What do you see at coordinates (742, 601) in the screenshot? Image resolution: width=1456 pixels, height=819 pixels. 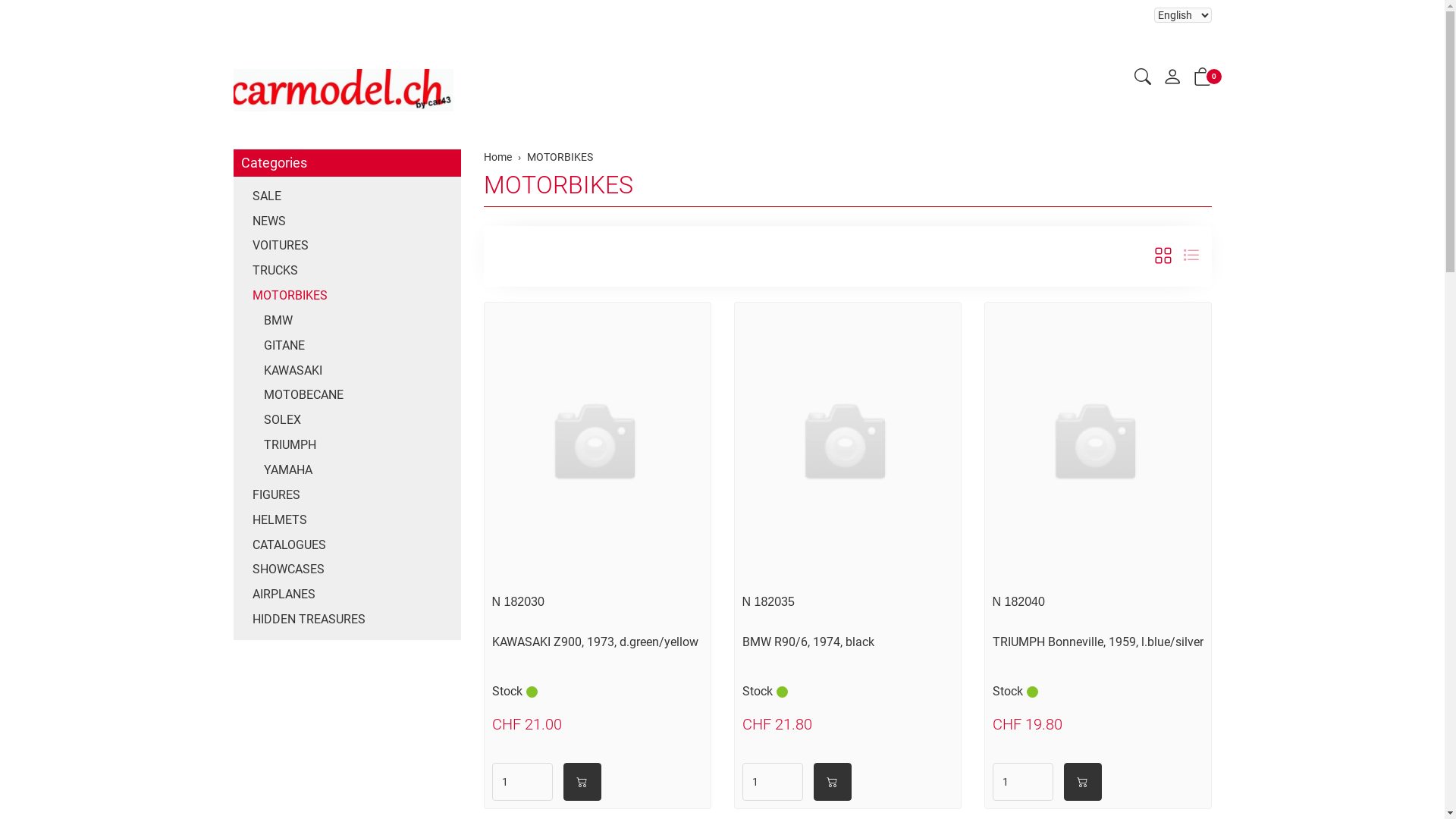 I see `'N 182035'` at bounding box center [742, 601].